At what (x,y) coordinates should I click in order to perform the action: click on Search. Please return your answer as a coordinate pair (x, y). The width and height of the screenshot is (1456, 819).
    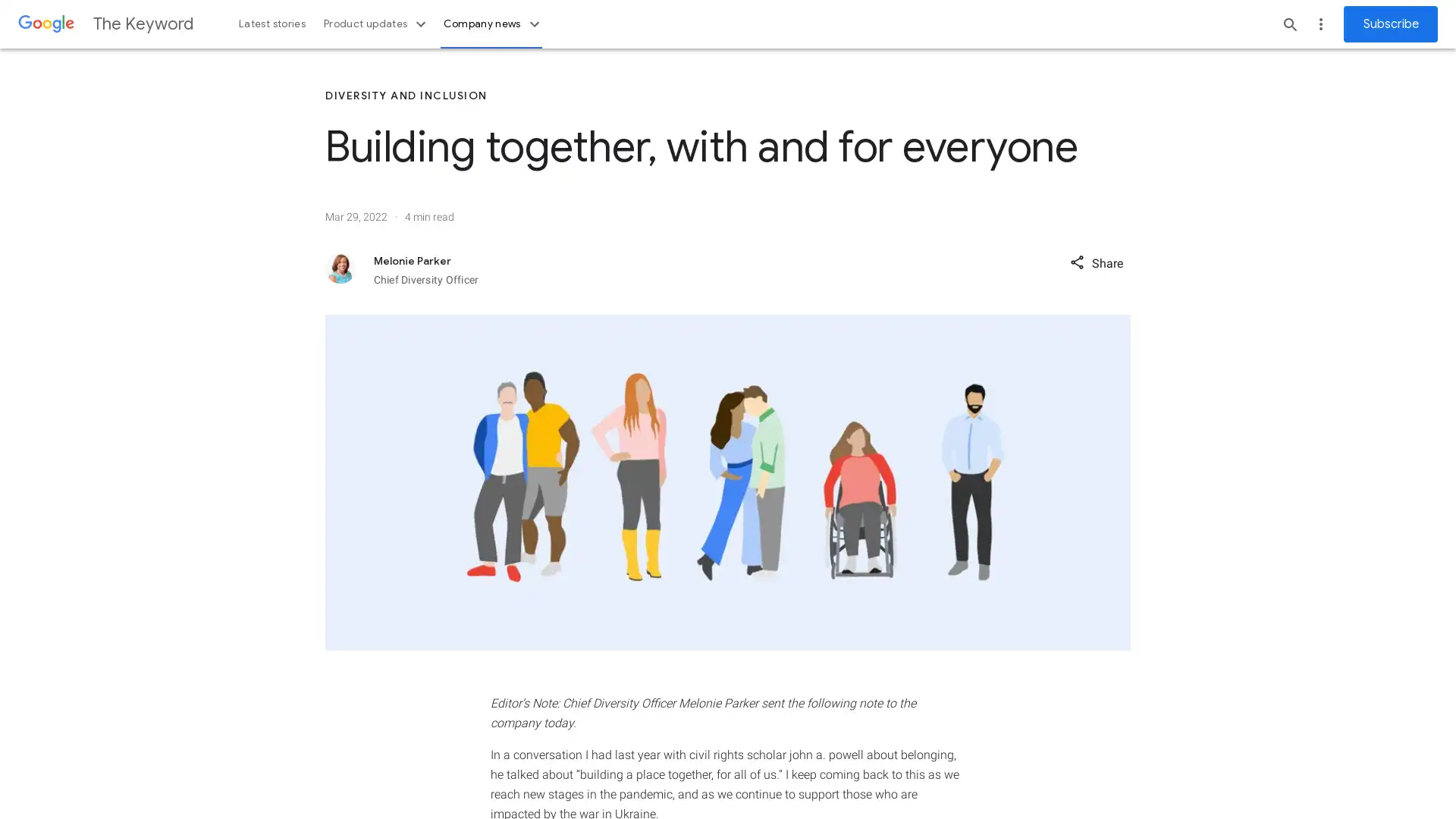
    Looking at the image, I should click on (1290, 24).